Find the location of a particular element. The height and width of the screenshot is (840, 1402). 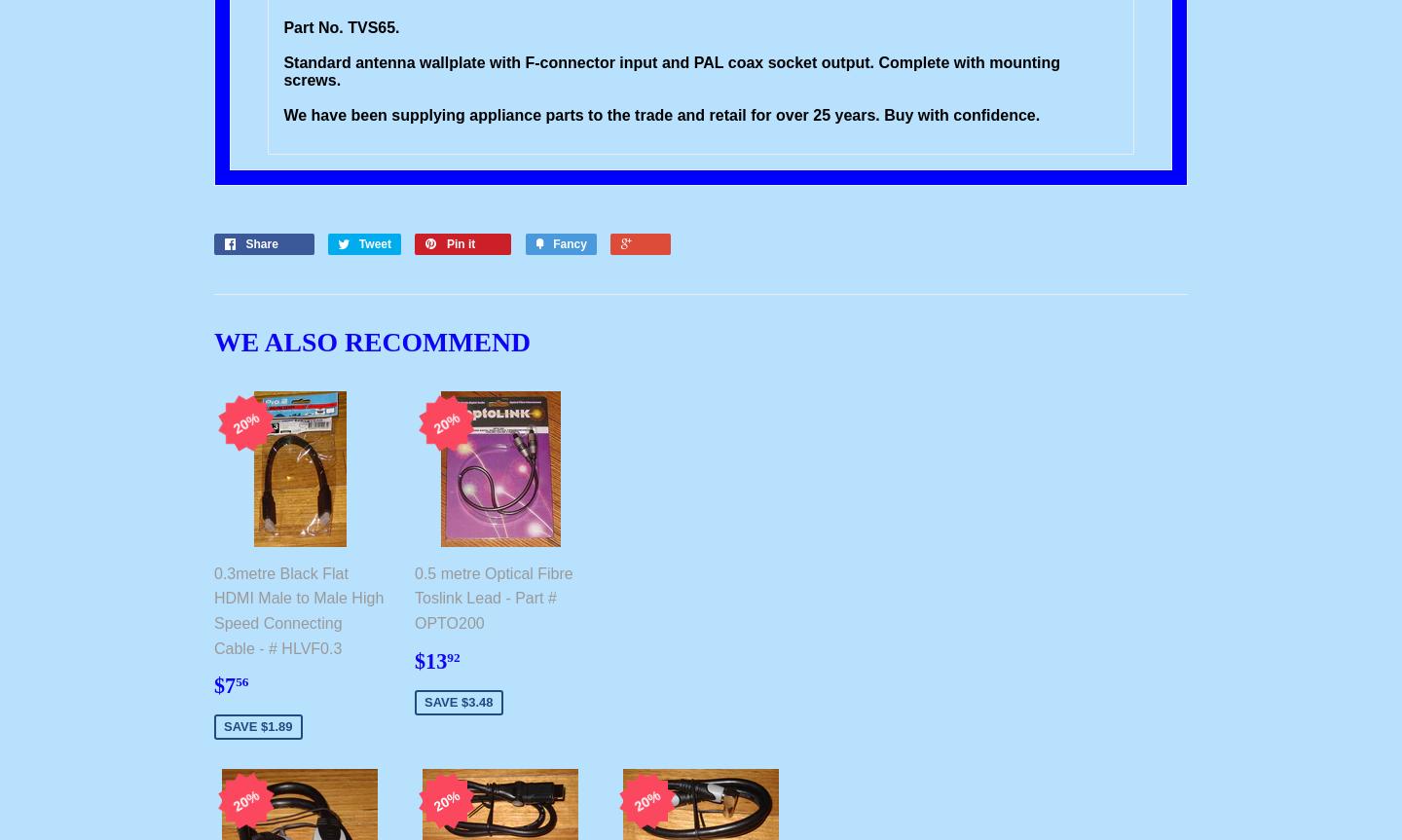

'We Also Recommend' is located at coordinates (371, 341).